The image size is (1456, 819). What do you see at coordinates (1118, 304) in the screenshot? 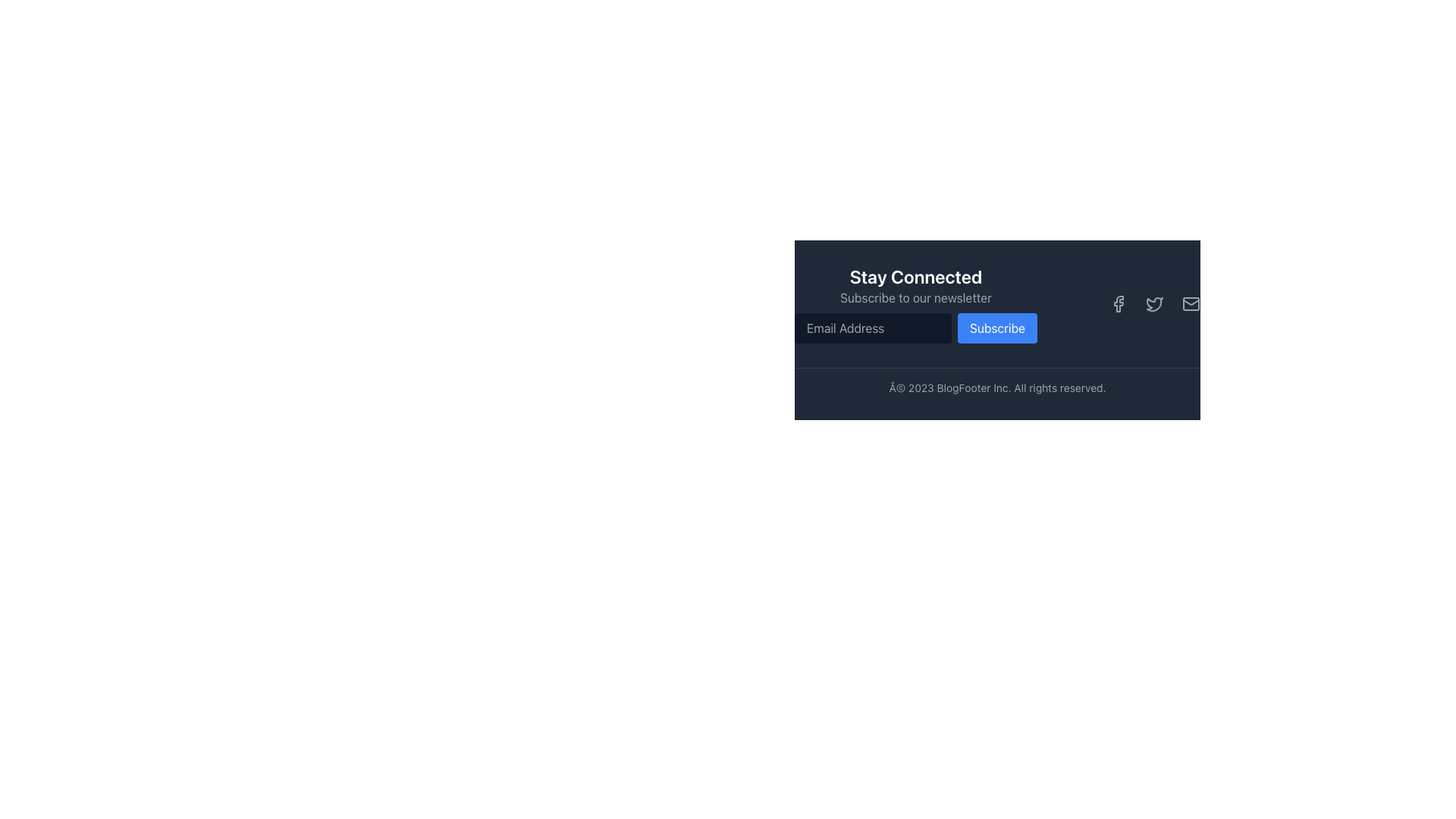
I see `the leftmost Facebook icon in the group of footer social media links` at bounding box center [1118, 304].